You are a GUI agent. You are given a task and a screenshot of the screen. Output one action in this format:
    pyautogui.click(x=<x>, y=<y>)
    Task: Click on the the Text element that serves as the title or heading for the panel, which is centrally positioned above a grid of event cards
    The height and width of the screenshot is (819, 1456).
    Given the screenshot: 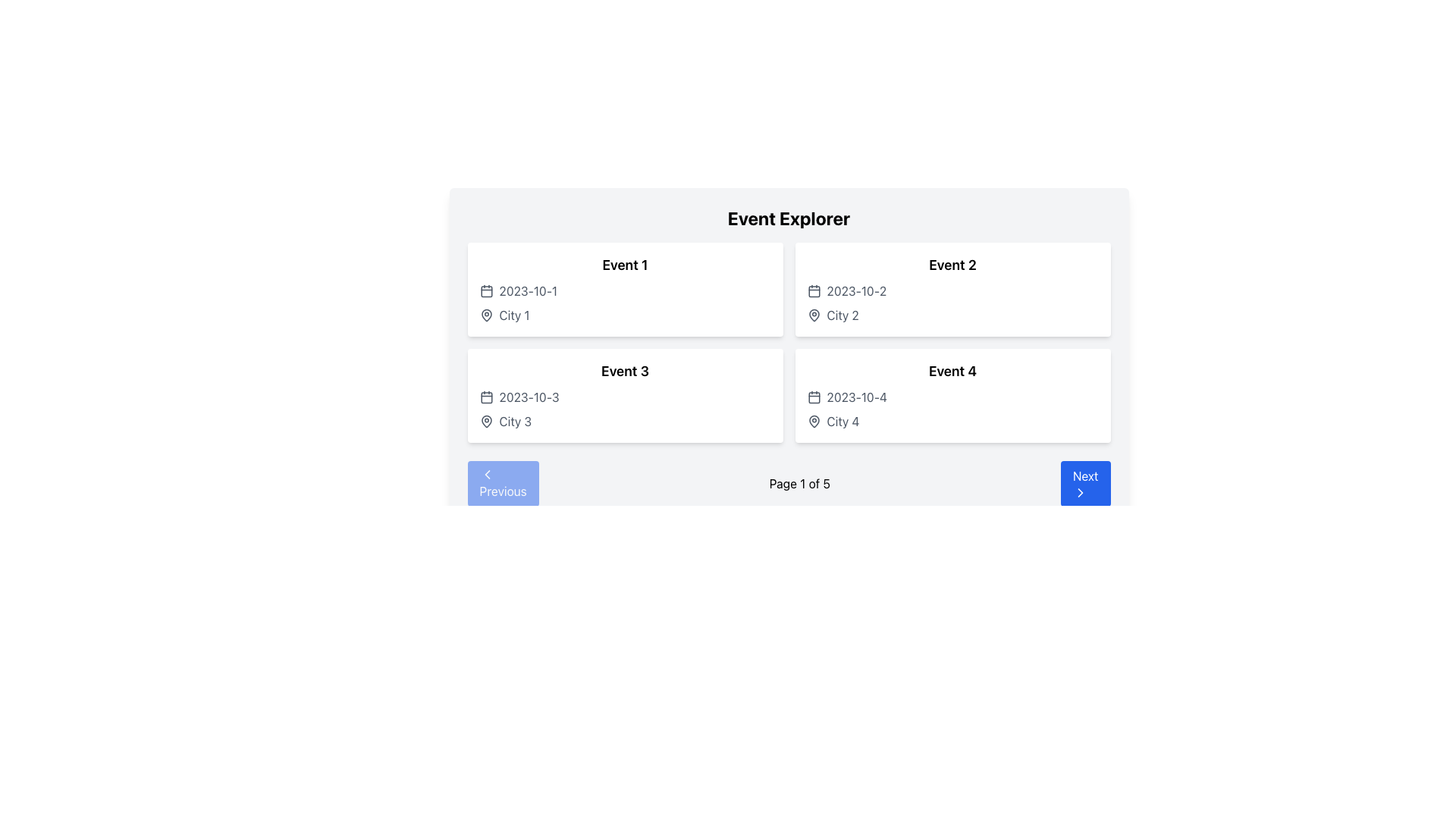 What is the action you would take?
    pyautogui.click(x=789, y=218)
    